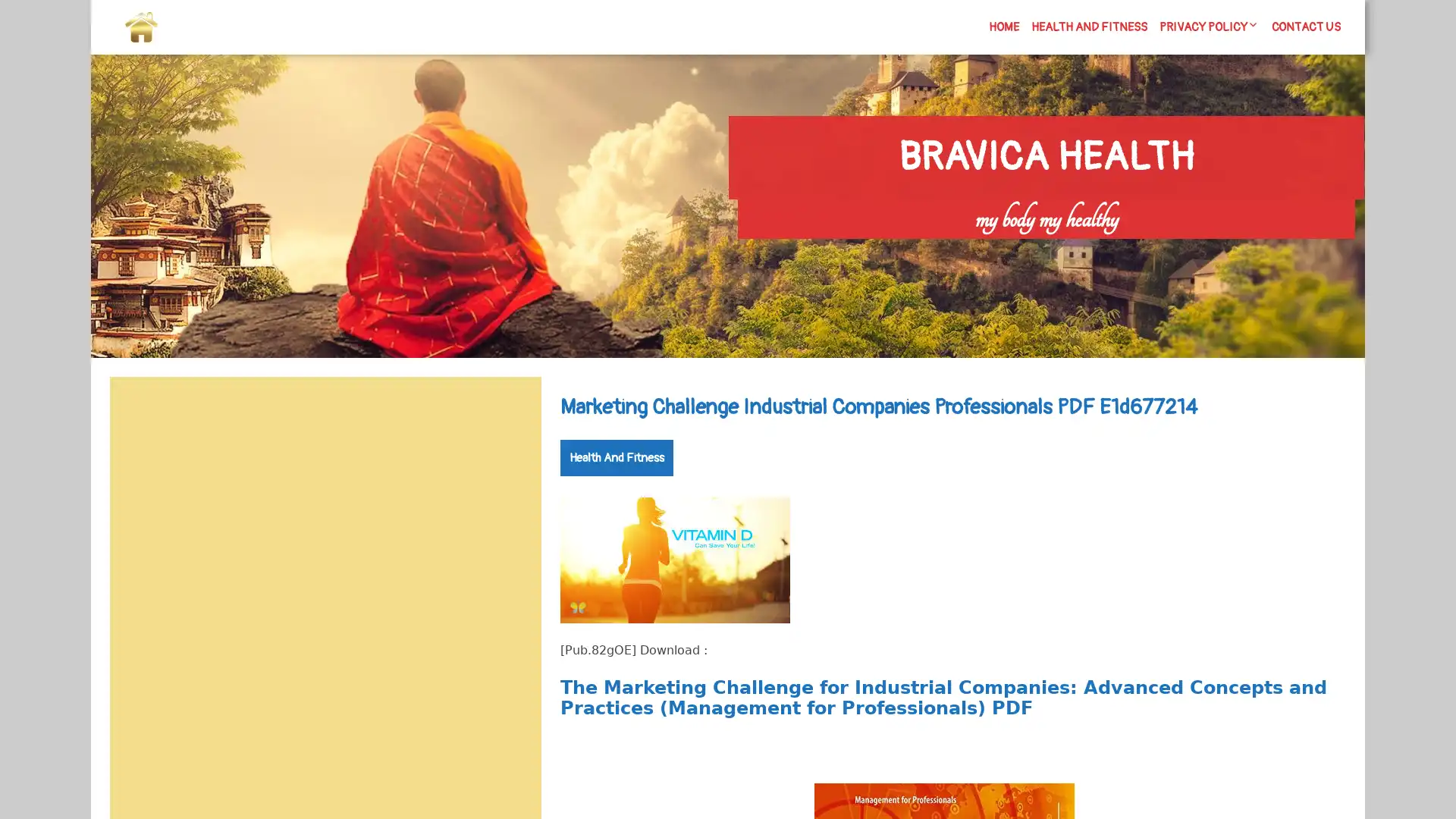  Describe the element at coordinates (1181, 248) in the screenshot. I see `Search` at that location.